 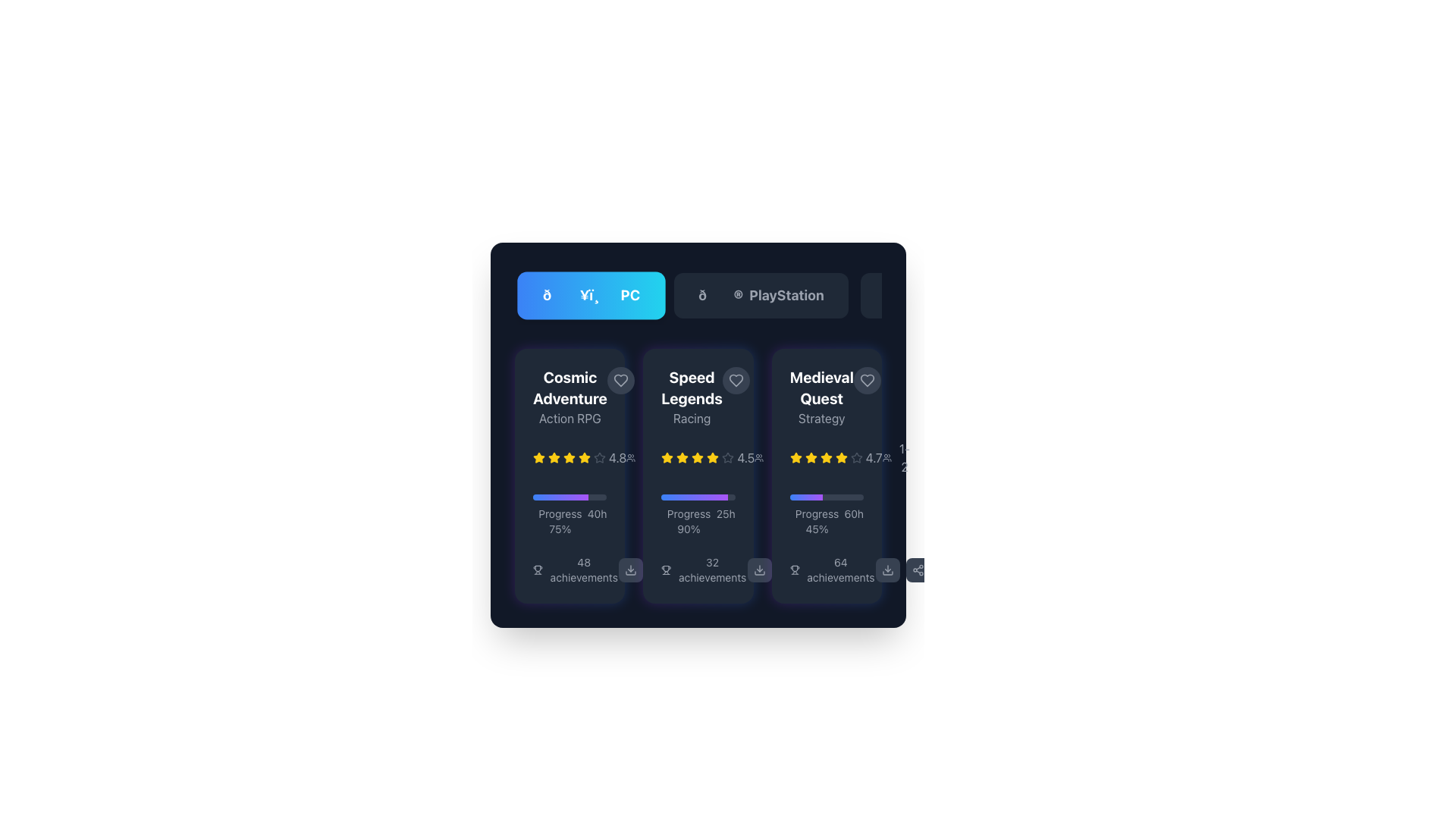 I want to click on the 'Medieval Quest' game information card, which is the third card in a series of three, so click(x=826, y=475).